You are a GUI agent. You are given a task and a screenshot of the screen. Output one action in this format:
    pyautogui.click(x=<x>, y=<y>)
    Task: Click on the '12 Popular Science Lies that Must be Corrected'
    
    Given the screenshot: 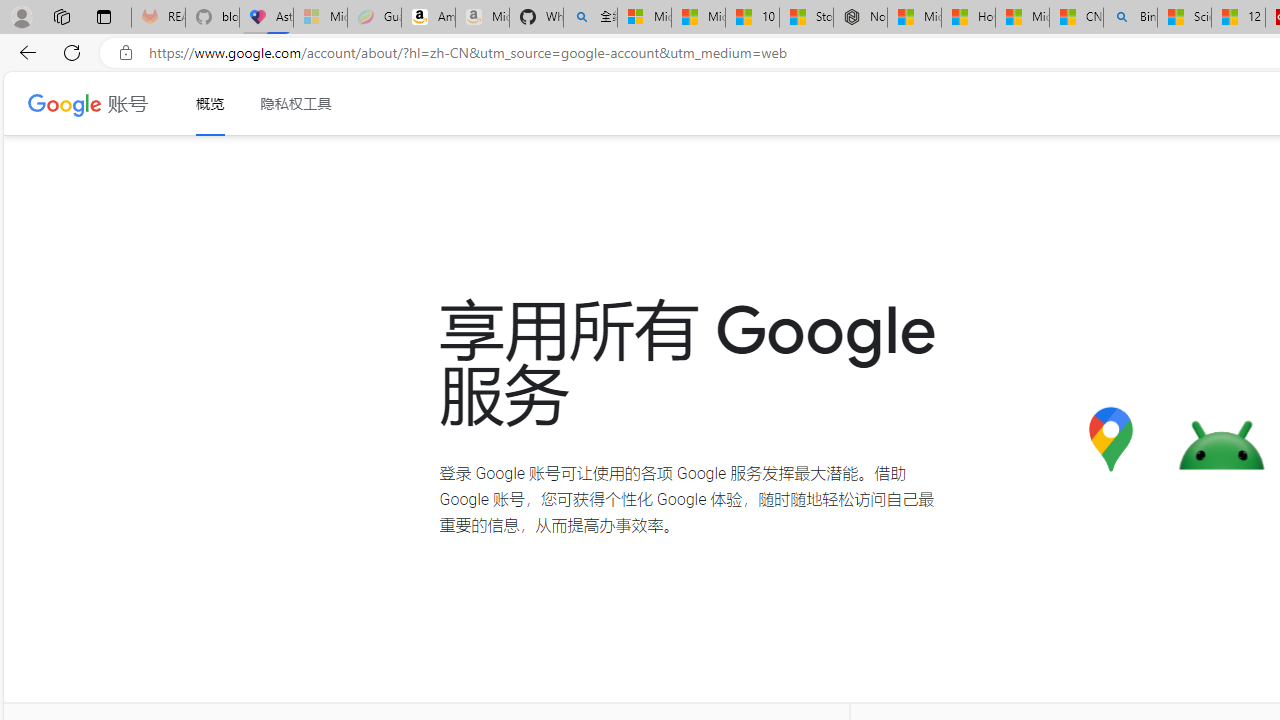 What is the action you would take?
    pyautogui.click(x=1237, y=17)
    